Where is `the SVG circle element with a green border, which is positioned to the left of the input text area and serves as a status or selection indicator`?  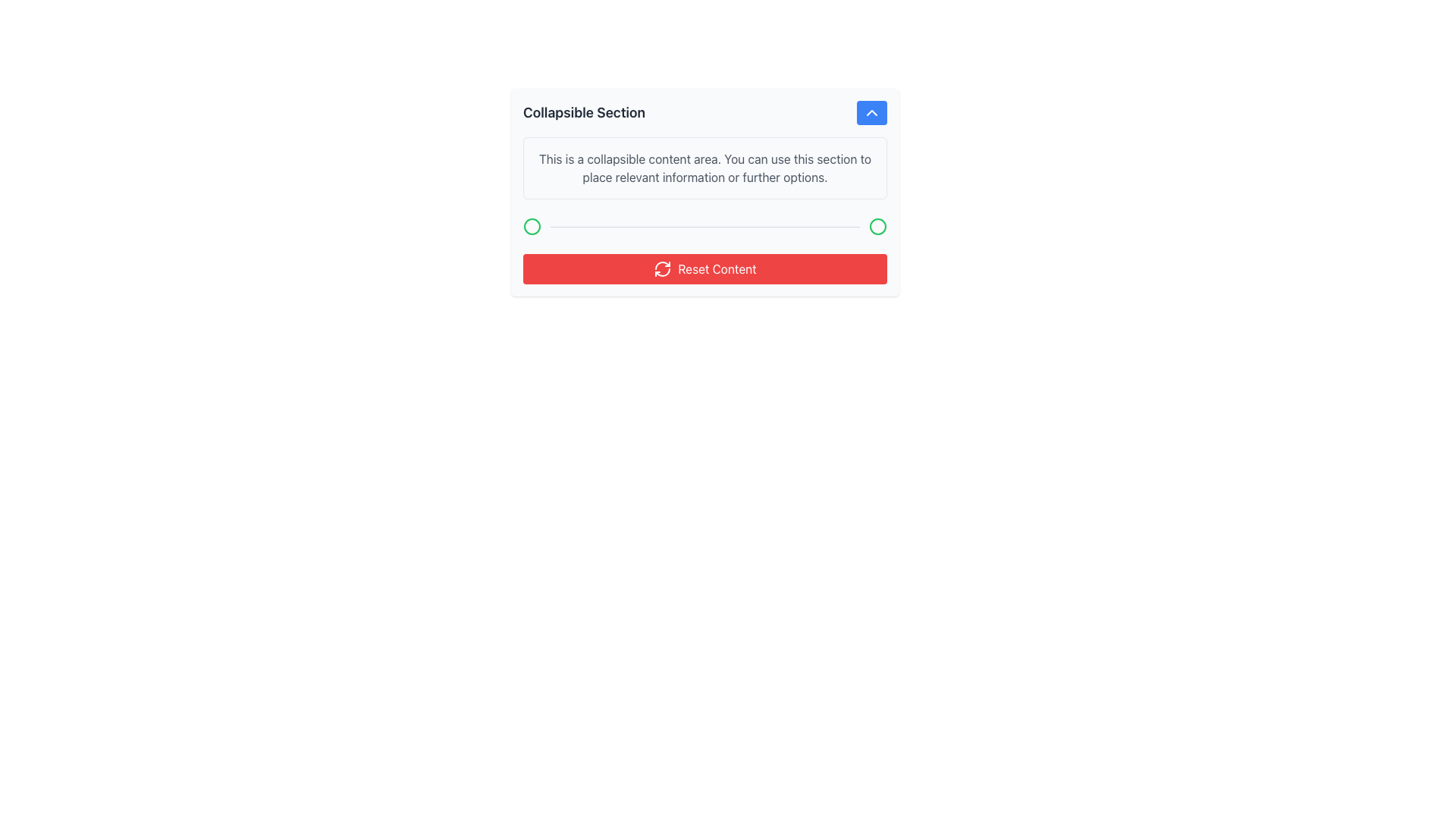 the SVG circle element with a green border, which is positioned to the left of the input text area and serves as a status or selection indicator is located at coordinates (877, 227).